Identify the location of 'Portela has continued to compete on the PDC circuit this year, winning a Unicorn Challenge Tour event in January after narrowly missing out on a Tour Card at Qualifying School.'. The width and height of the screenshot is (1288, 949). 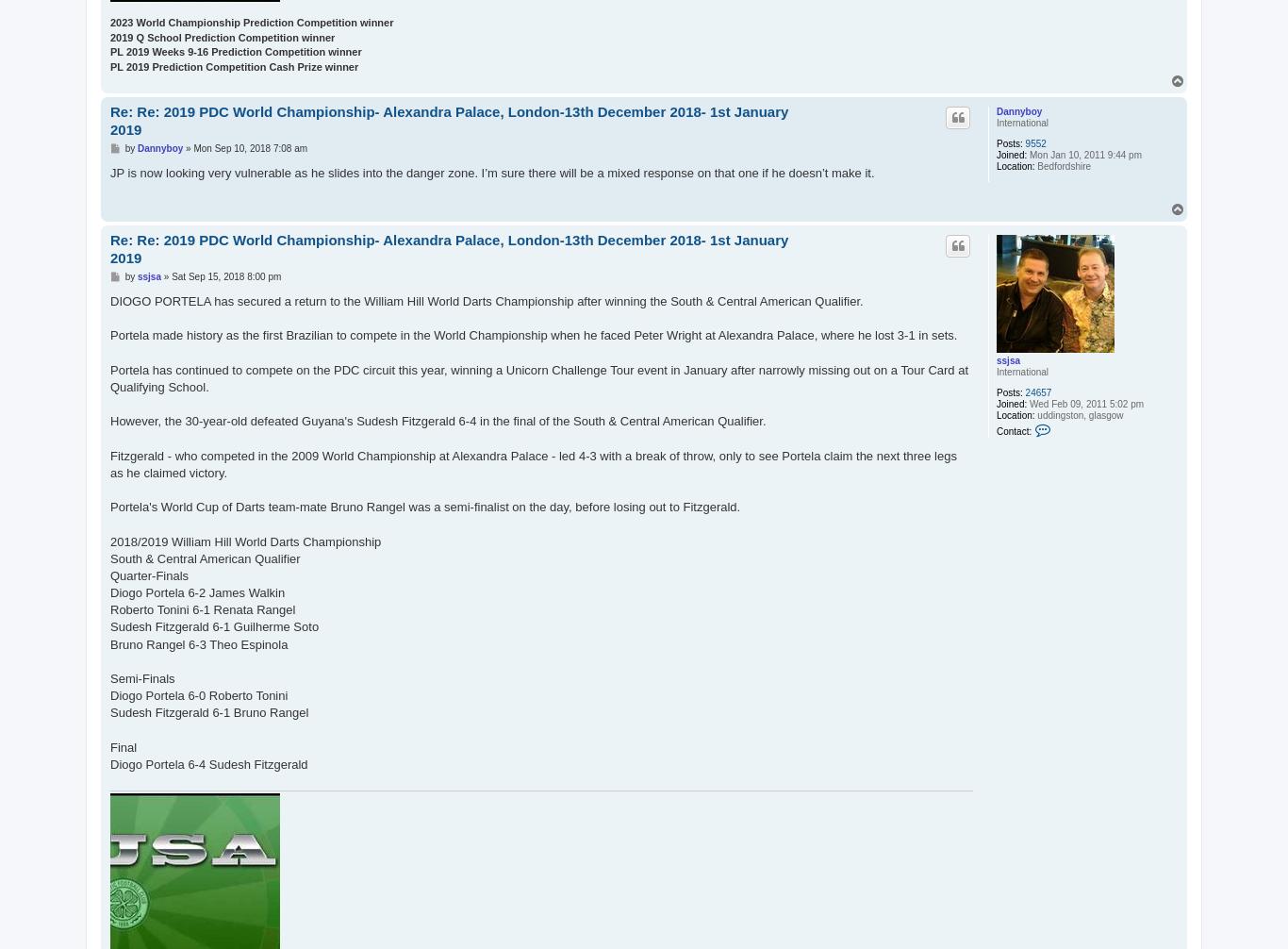
(537, 376).